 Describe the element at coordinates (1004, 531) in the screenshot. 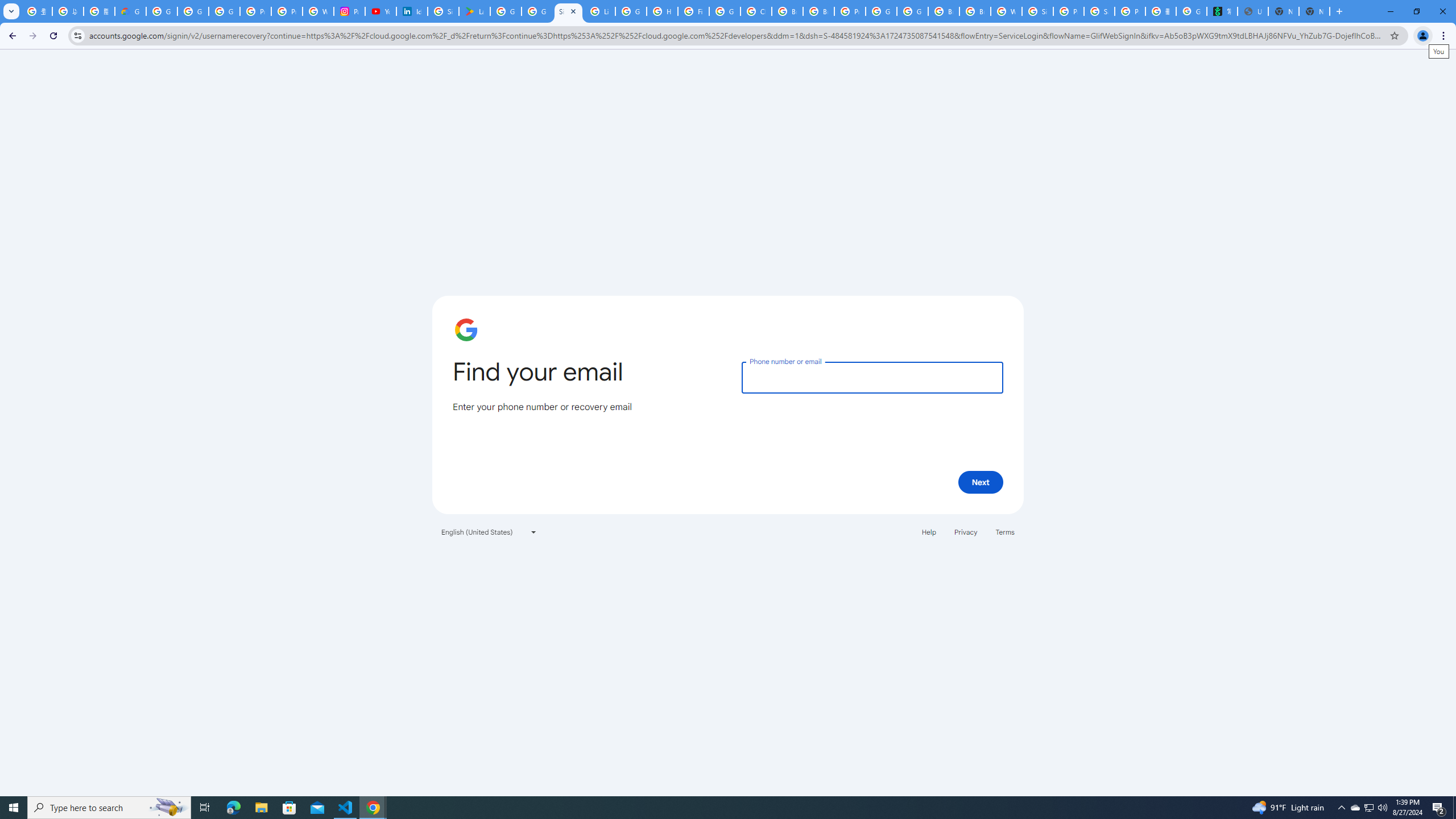

I see `'Terms'` at that location.